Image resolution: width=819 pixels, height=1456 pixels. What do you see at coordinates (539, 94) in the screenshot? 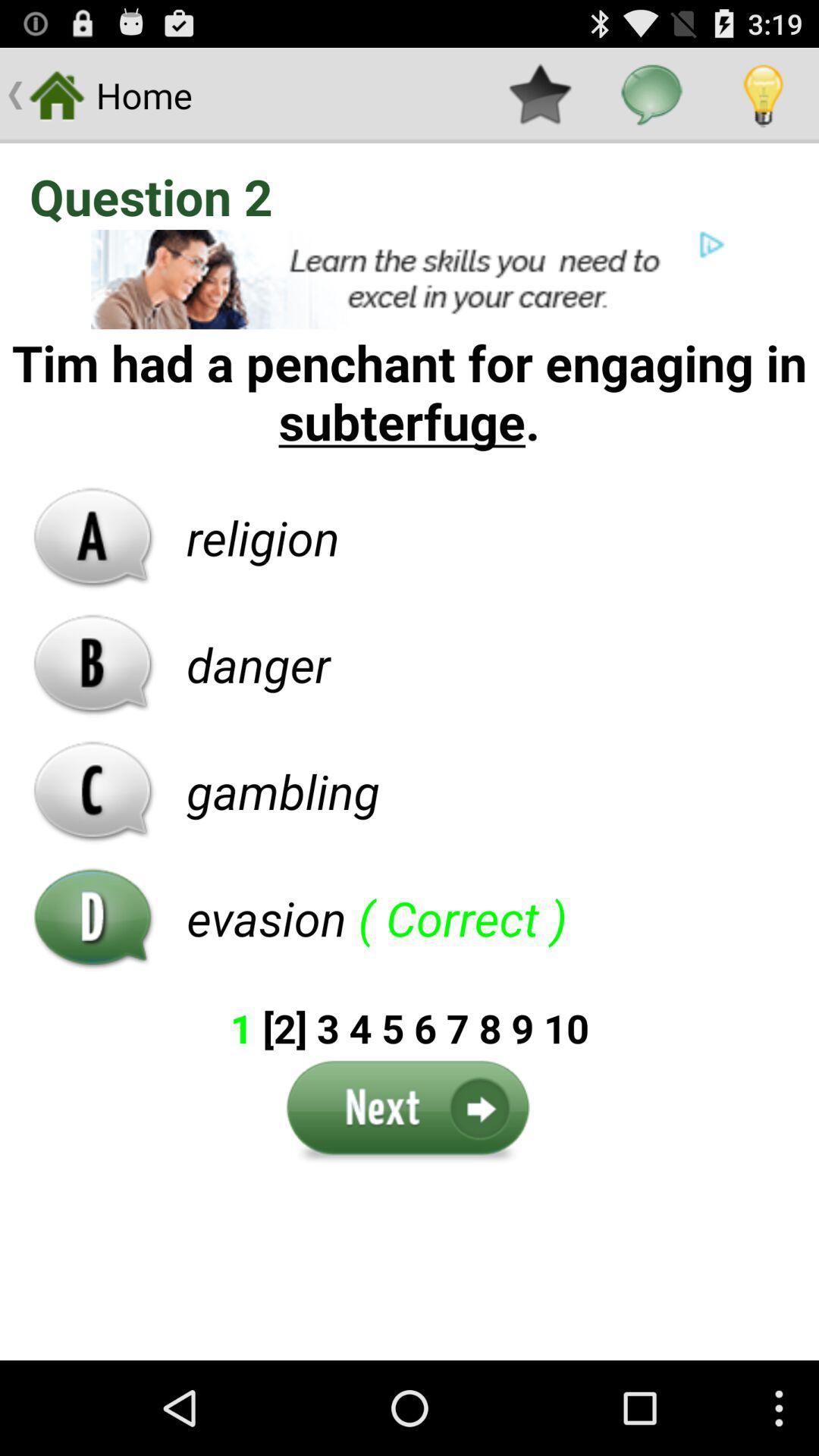
I see `the item to the right of the home app` at bounding box center [539, 94].